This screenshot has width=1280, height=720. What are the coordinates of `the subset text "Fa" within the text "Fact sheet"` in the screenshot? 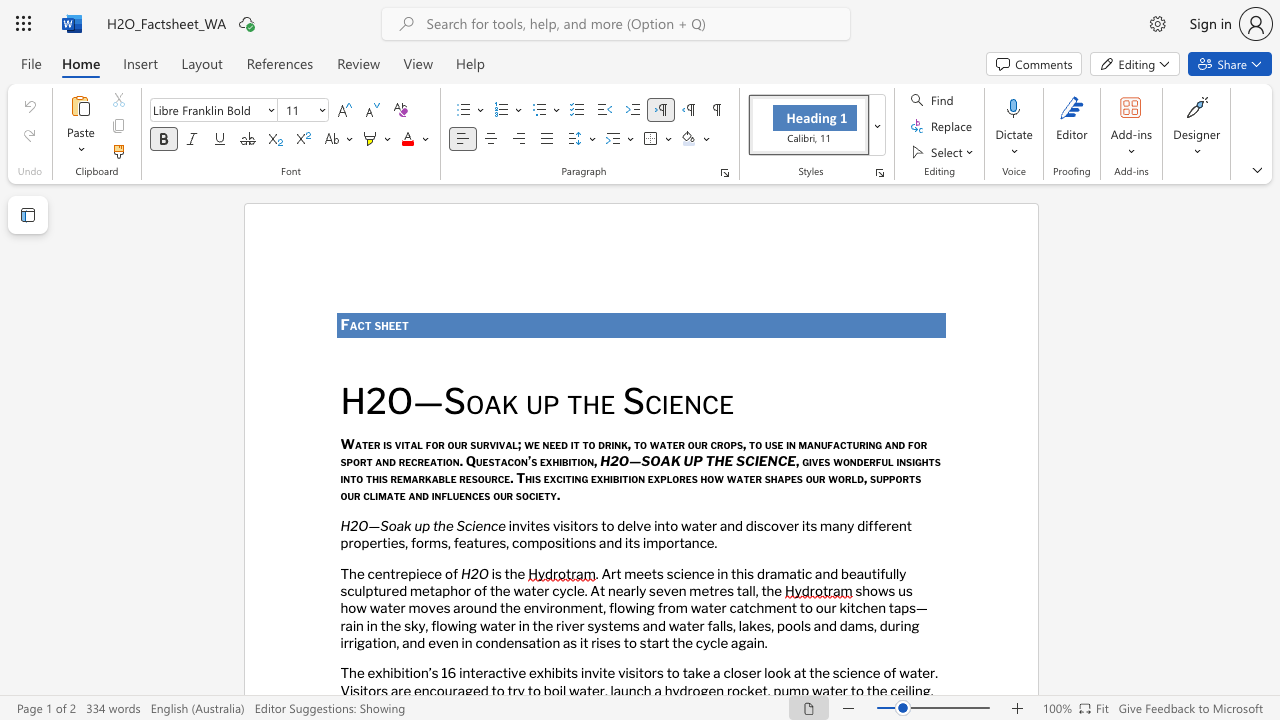 It's located at (340, 324).